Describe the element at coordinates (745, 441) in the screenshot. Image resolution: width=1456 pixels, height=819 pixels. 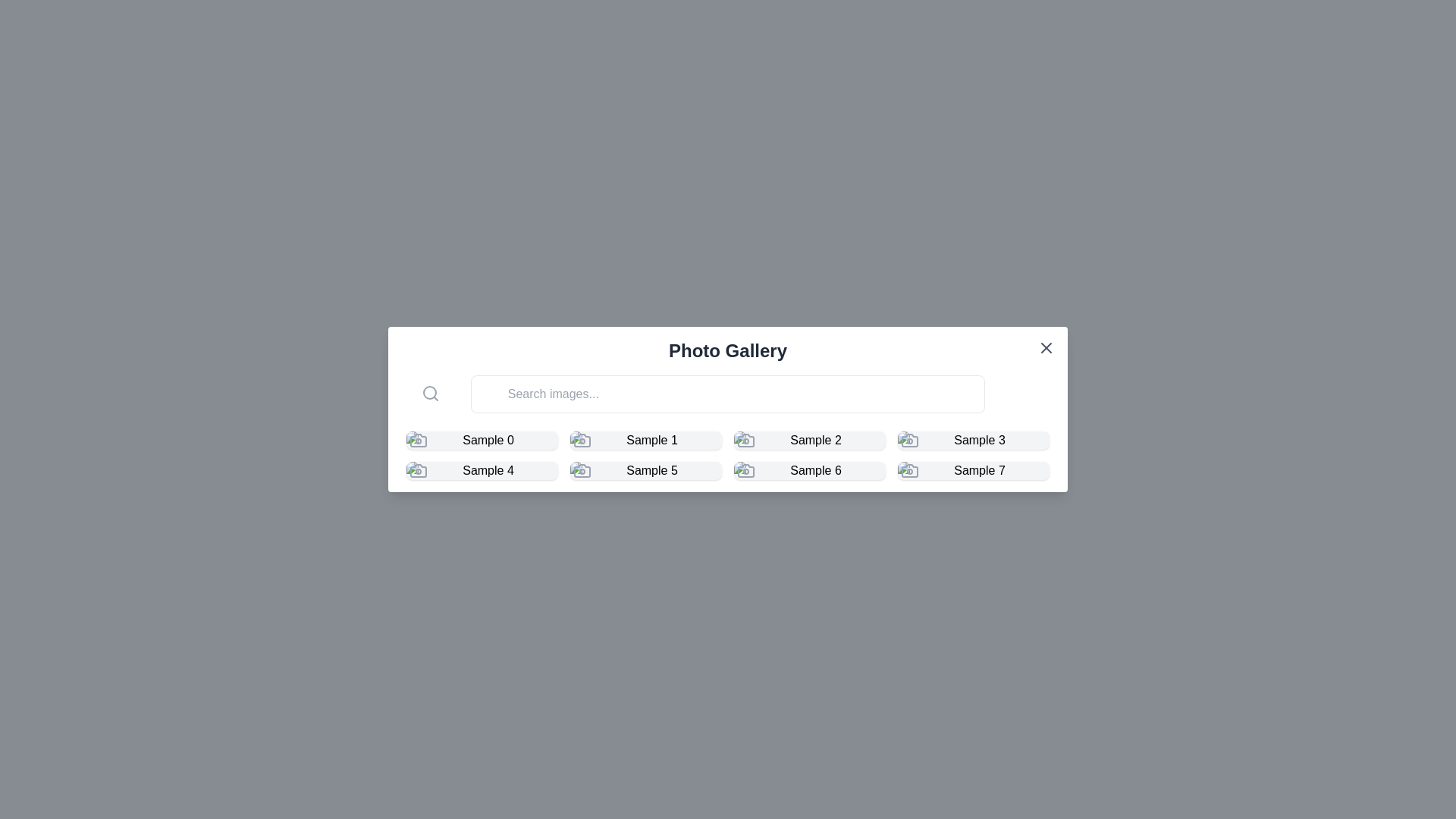
I see `the camera icon, which has a simple outlined design with rounded corners and a centered circular lens, located in the middle-left area of the third thumbnail in the first row of images` at that location.